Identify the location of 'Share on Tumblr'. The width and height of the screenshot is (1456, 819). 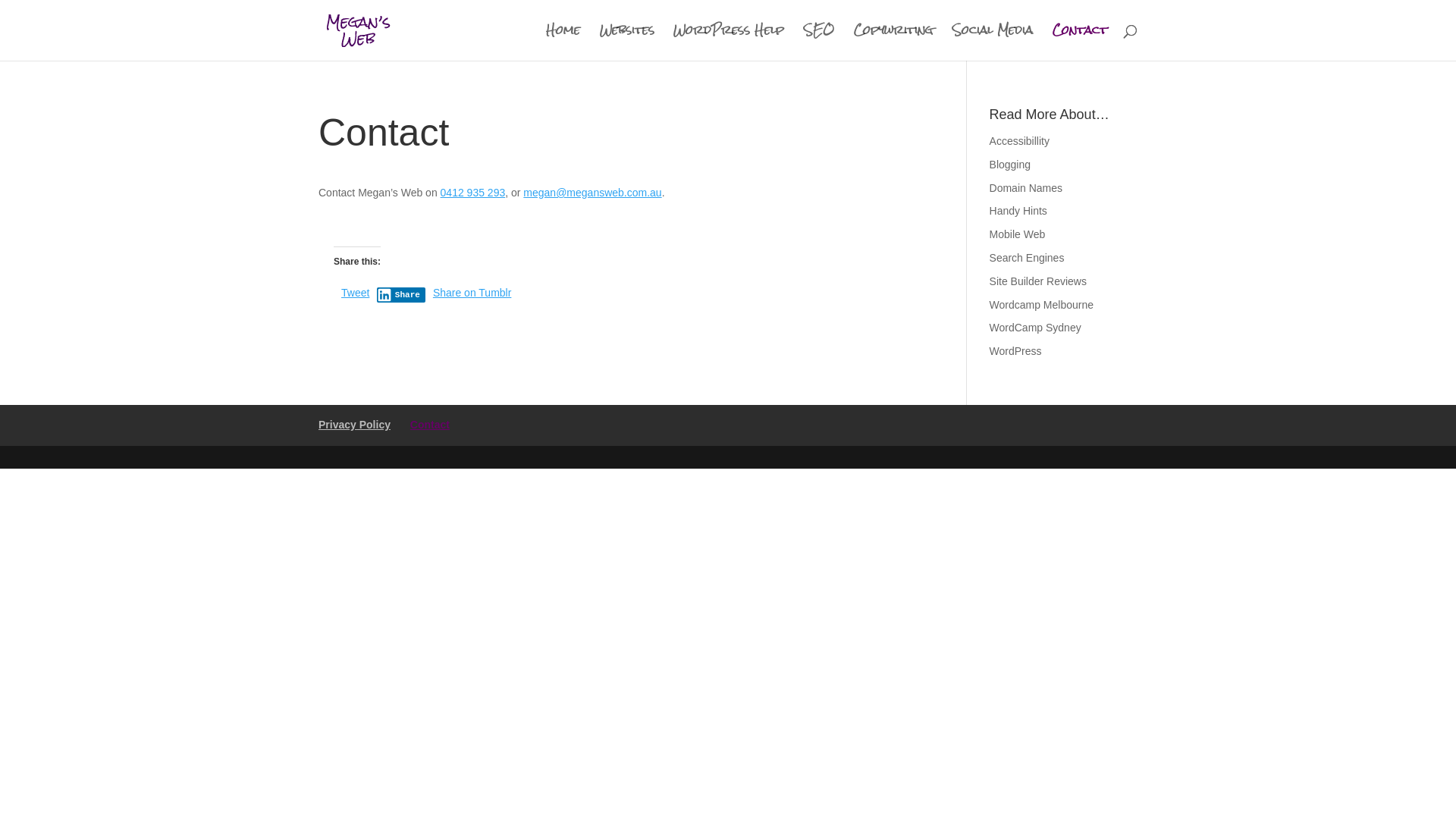
(432, 292).